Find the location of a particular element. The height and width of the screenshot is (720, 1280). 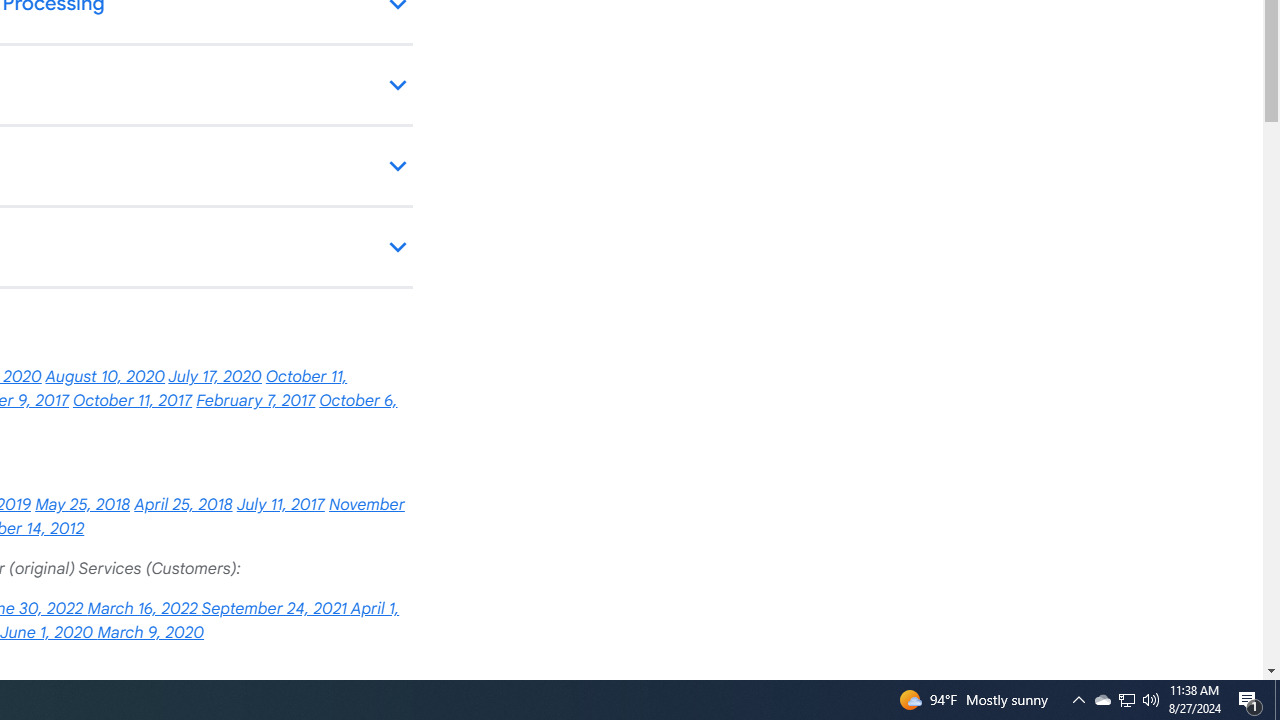

'August 10, 2020' is located at coordinates (104, 377).